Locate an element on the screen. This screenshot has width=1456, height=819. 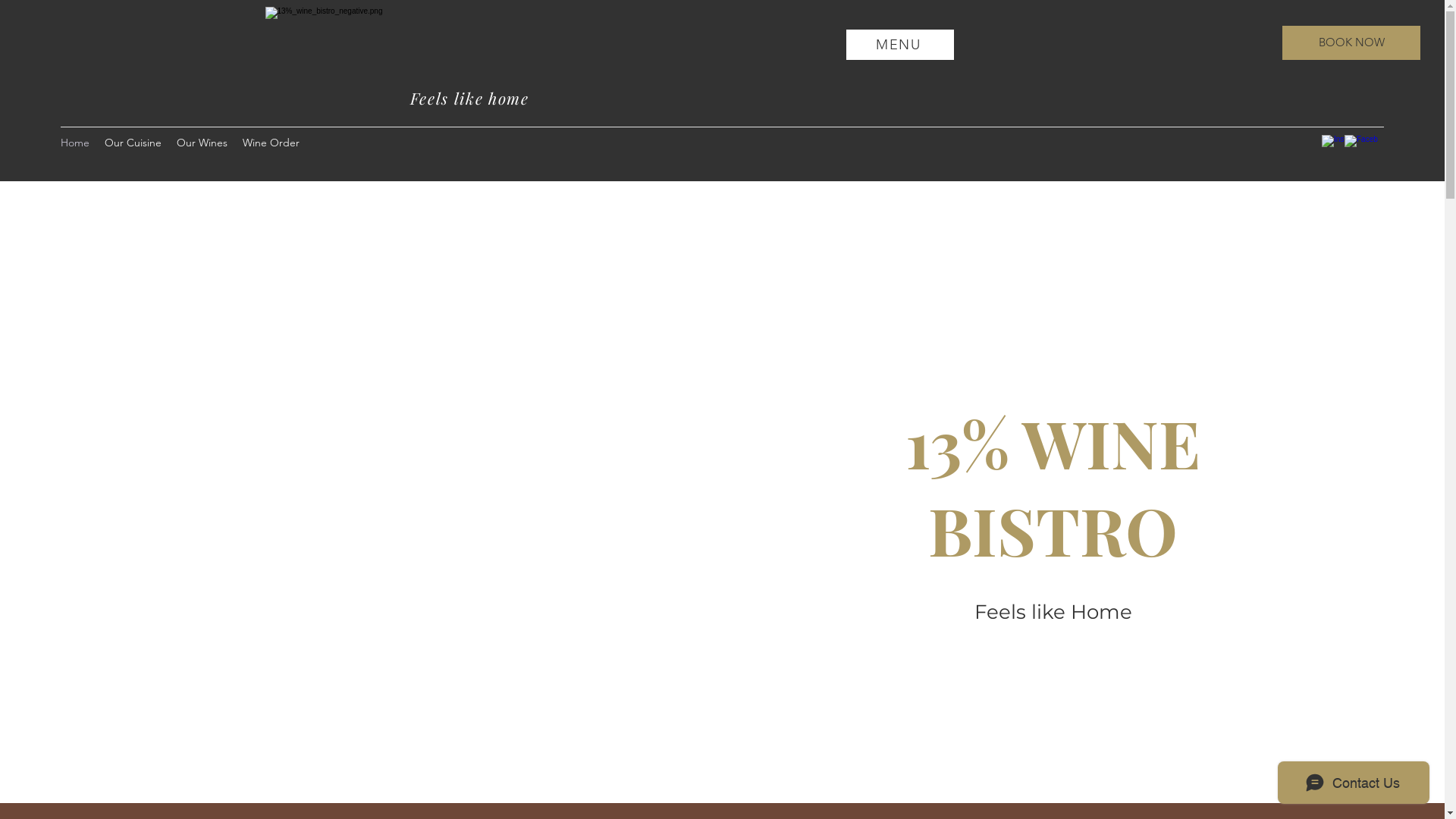
'Our Wines' is located at coordinates (201, 143).